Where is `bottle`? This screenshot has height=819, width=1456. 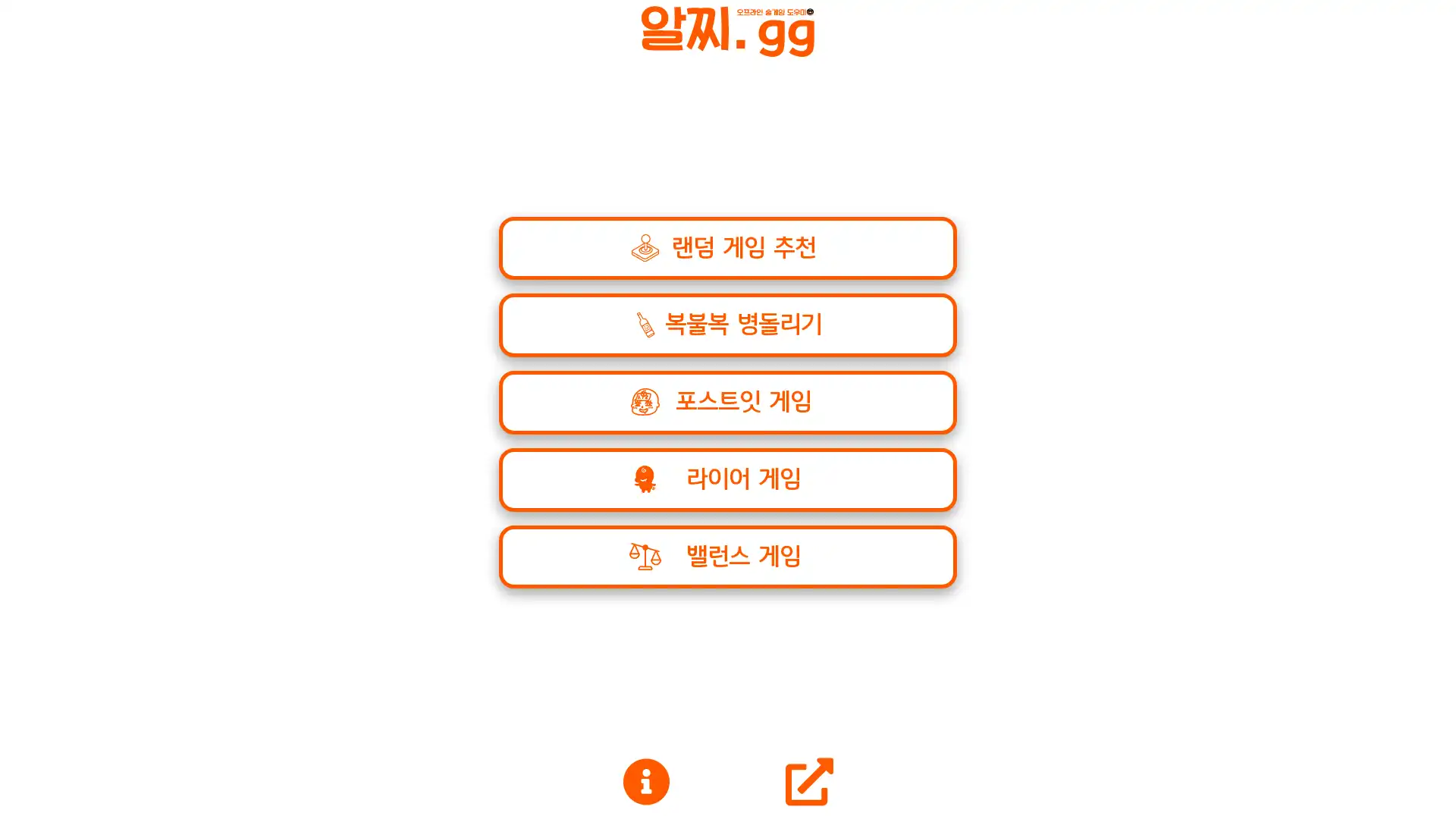 bottle is located at coordinates (726, 479).